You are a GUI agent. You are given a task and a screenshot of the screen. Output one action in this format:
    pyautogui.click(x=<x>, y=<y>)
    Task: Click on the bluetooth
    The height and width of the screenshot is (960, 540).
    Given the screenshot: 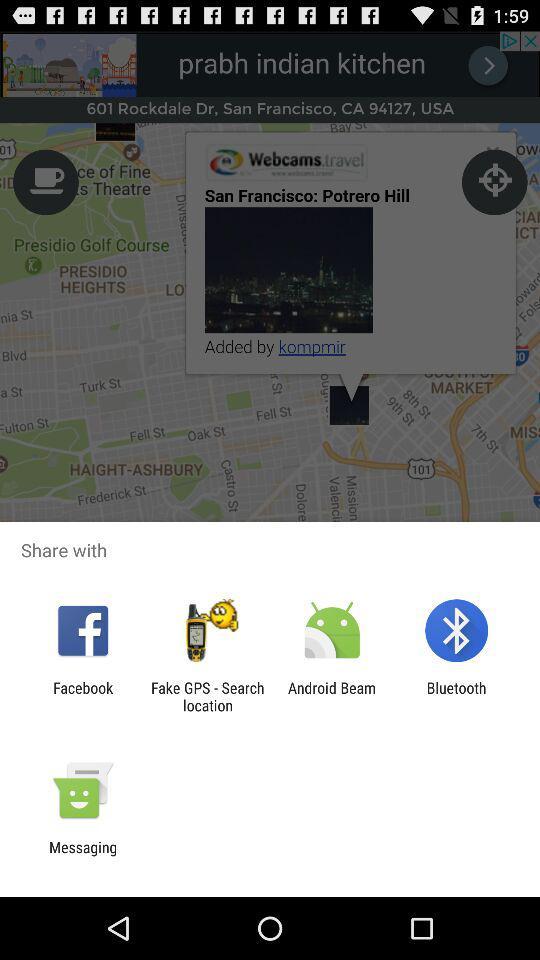 What is the action you would take?
    pyautogui.click(x=456, y=696)
    